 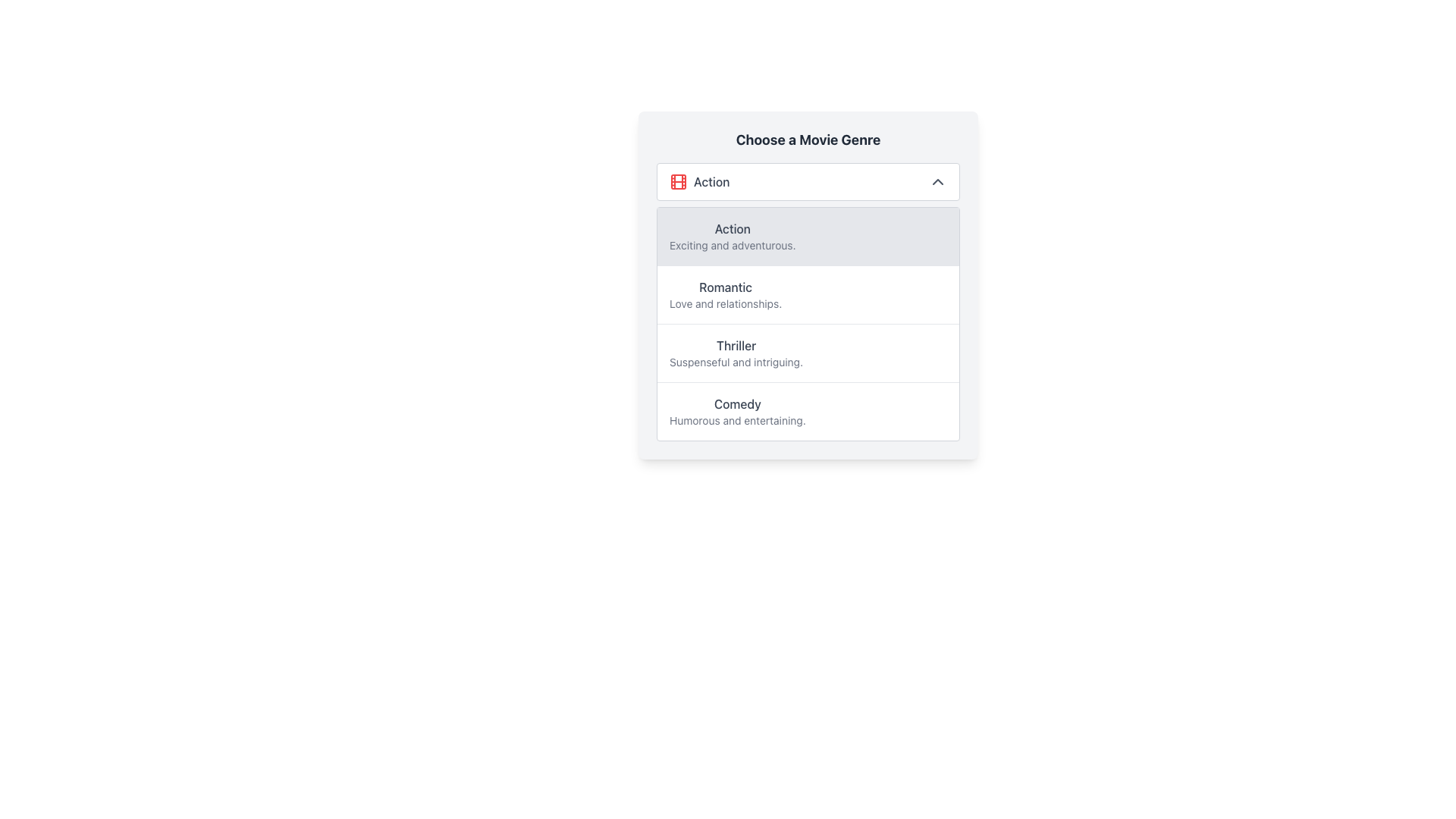 What do you see at coordinates (807, 180) in the screenshot?
I see `the Dropdown trigger component labeled 'Action'` at bounding box center [807, 180].